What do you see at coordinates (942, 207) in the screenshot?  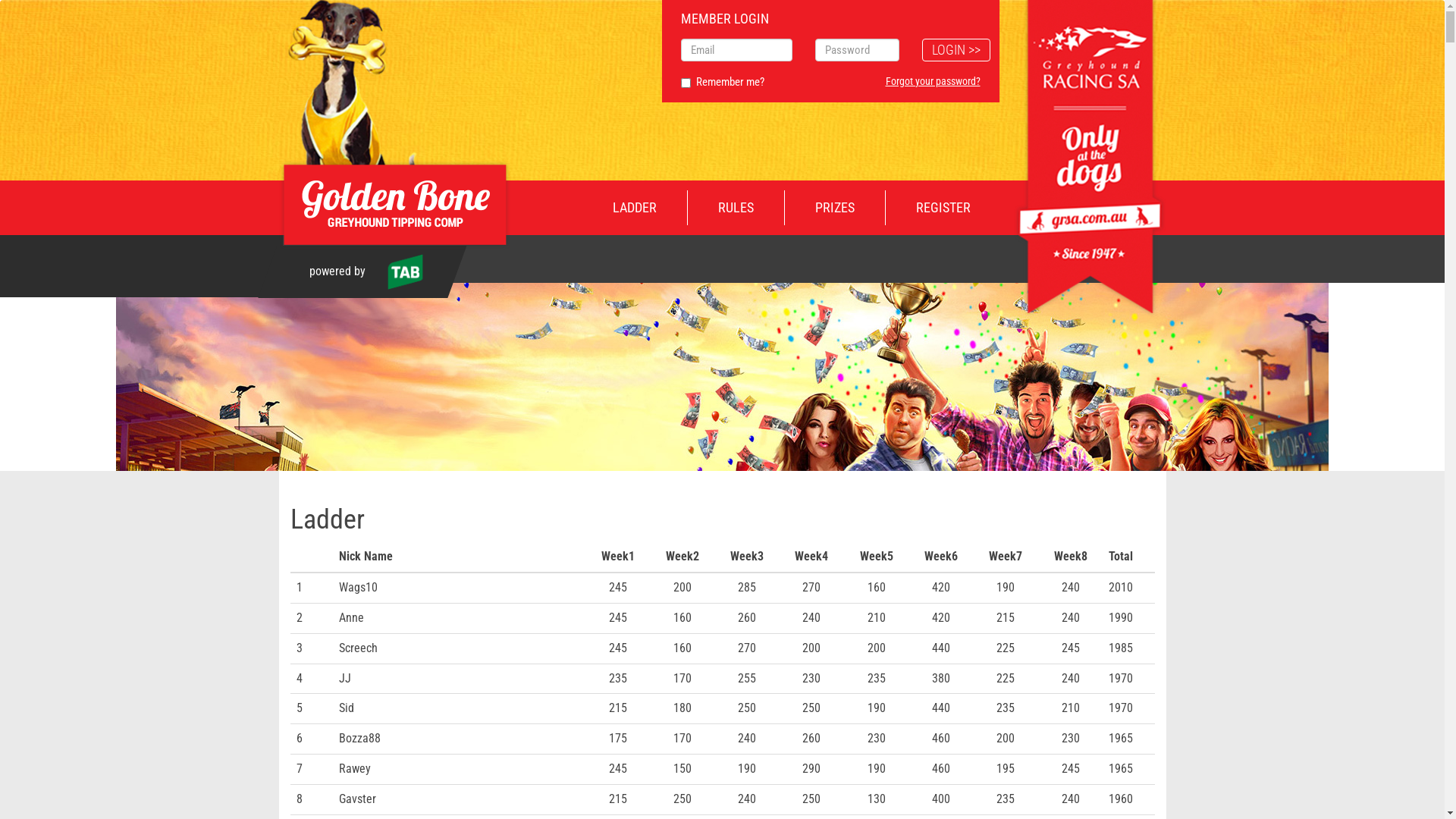 I see `'REGISTER'` at bounding box center [942, 207].